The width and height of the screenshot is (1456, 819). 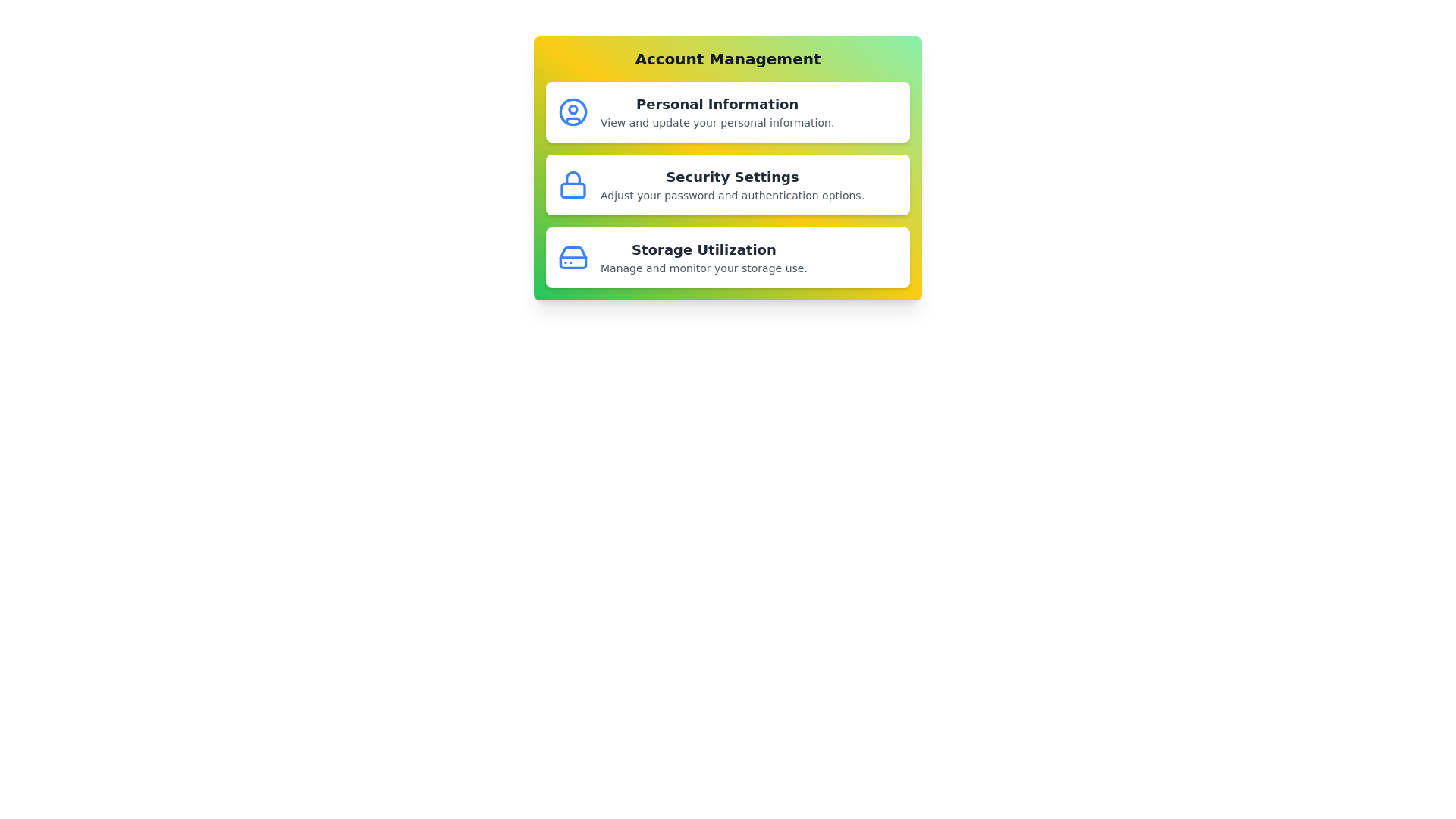 I want to click on the icon associated with the Storage Utilization option, so click(x=572, y=256).